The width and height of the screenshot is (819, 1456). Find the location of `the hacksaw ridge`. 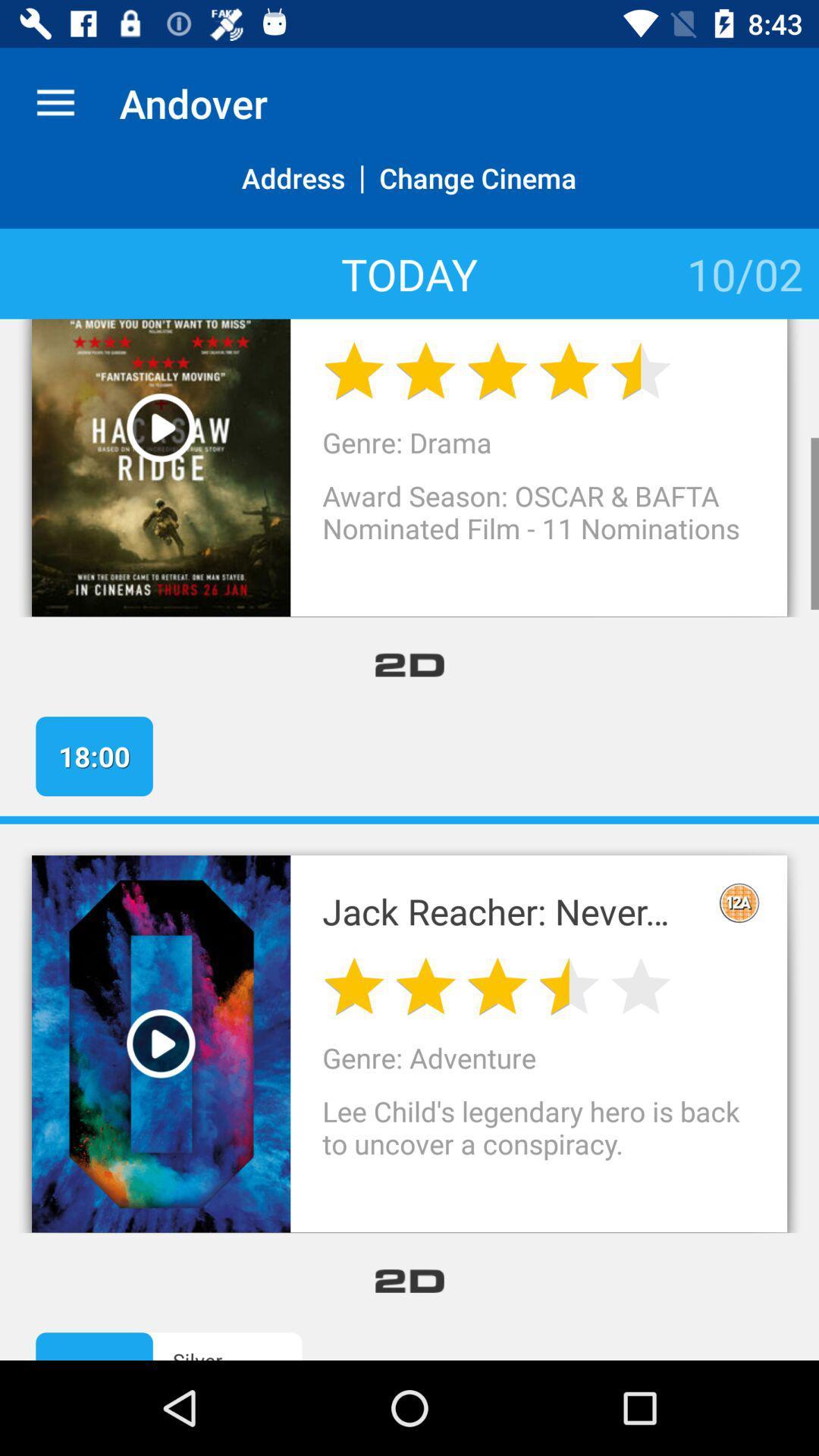

the hacksaw ridge is located at coordinates (510, 318).